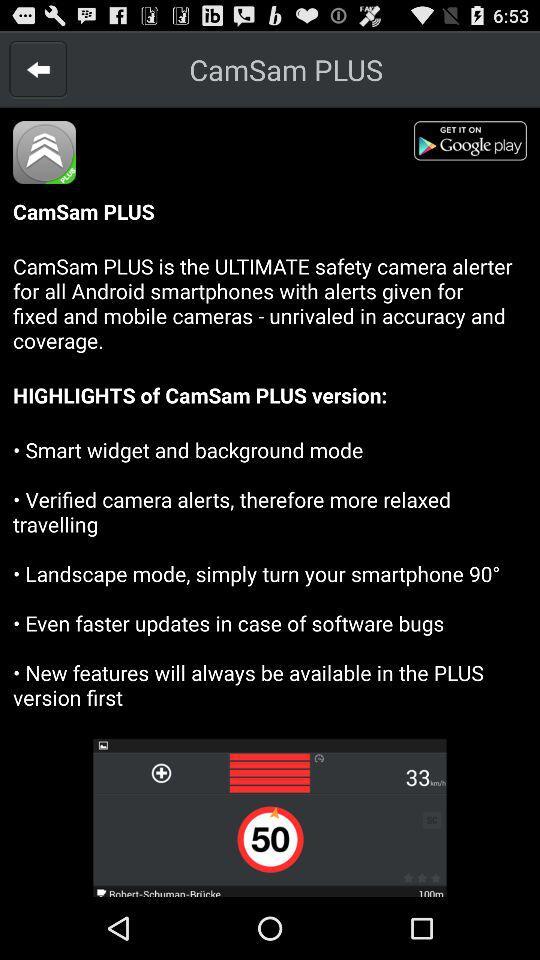 The height and width of the screenshot is (960, 540). I want to click on the icon next to camsam plus, so click(38, 69).